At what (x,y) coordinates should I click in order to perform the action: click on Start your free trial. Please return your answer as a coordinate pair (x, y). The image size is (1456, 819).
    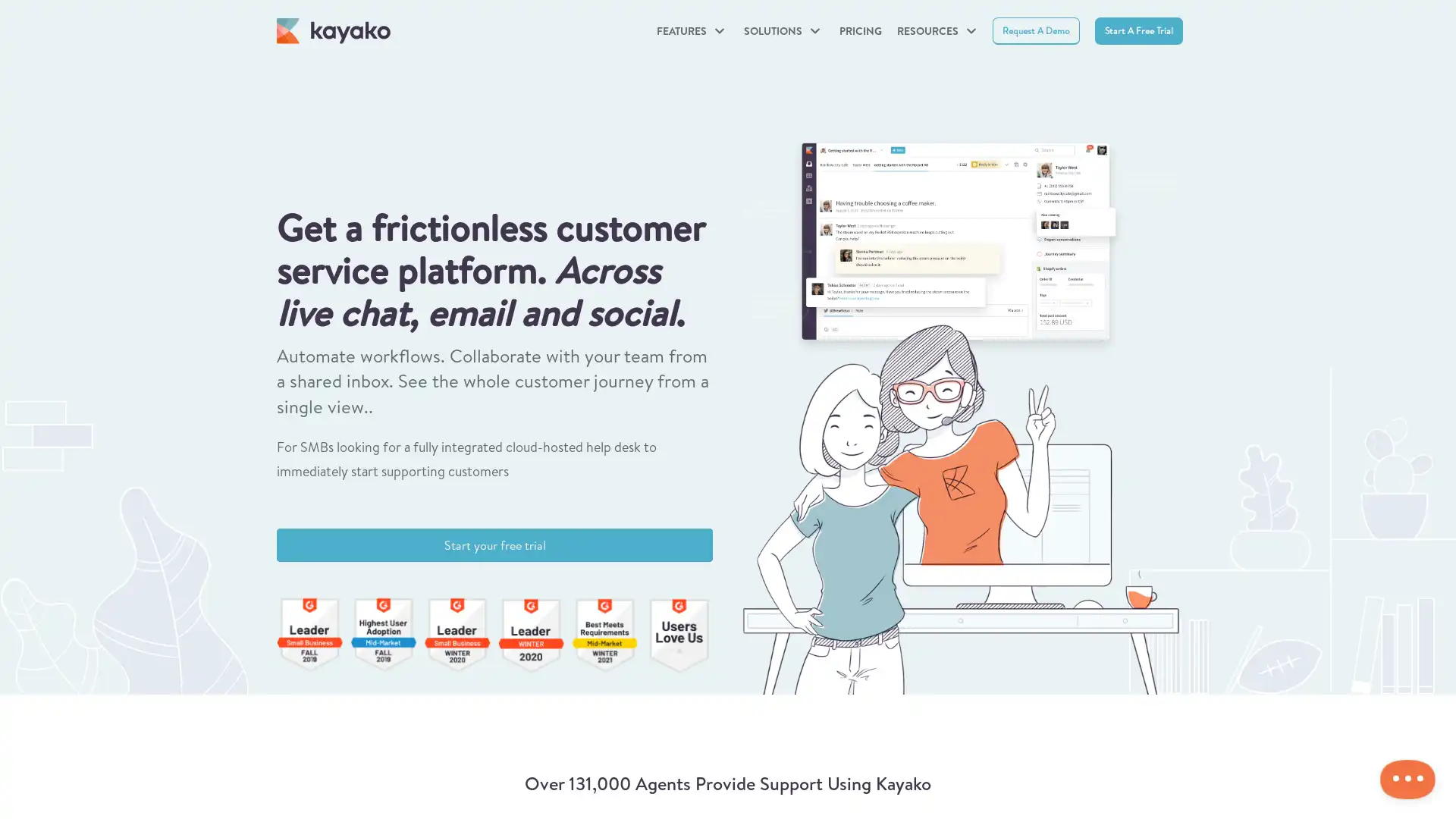
    Looking at the image, I should click on (494, 544).